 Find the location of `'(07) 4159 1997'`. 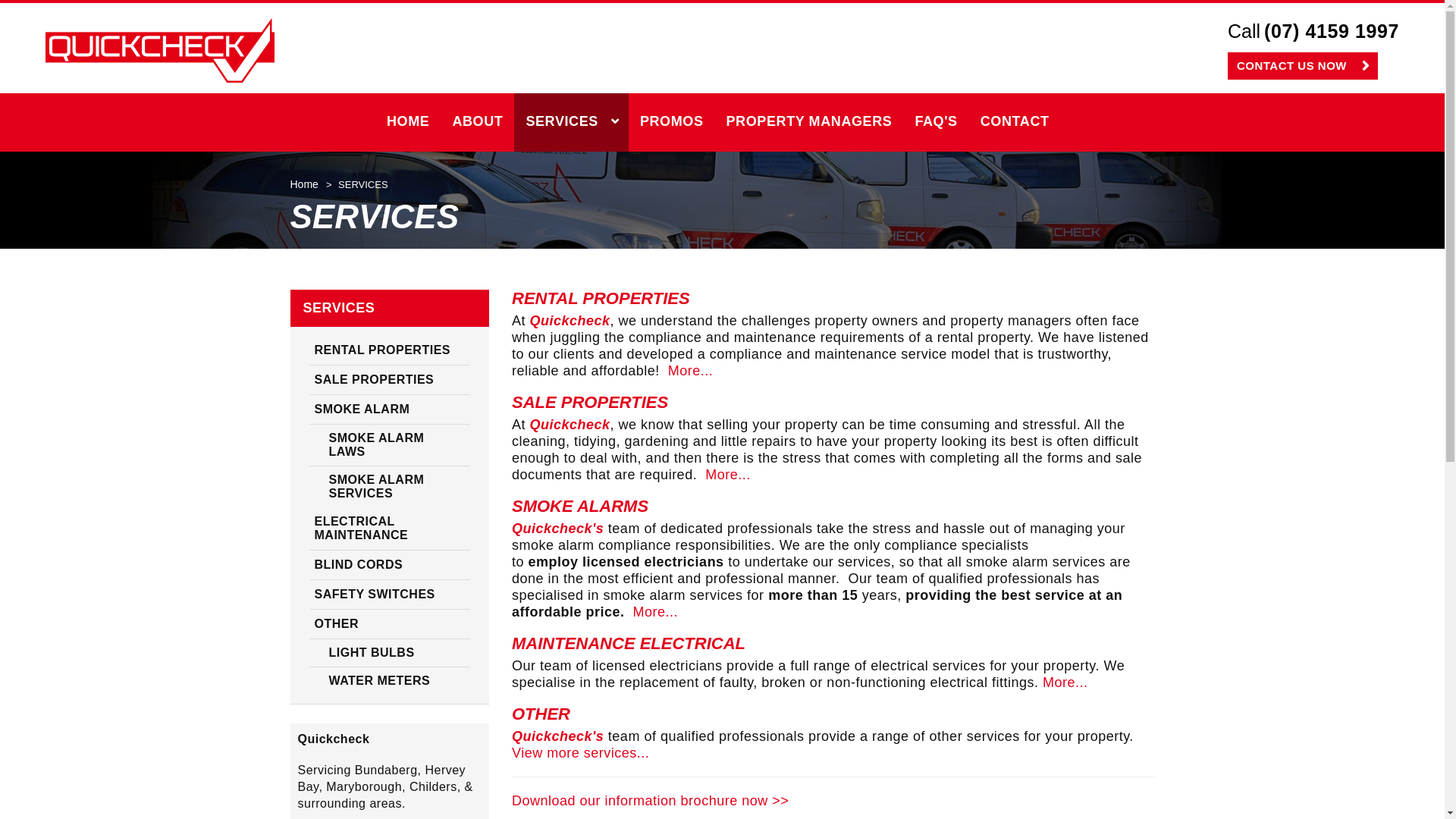

'(07) 4159 1997' is located at coordinates (1331, 32).